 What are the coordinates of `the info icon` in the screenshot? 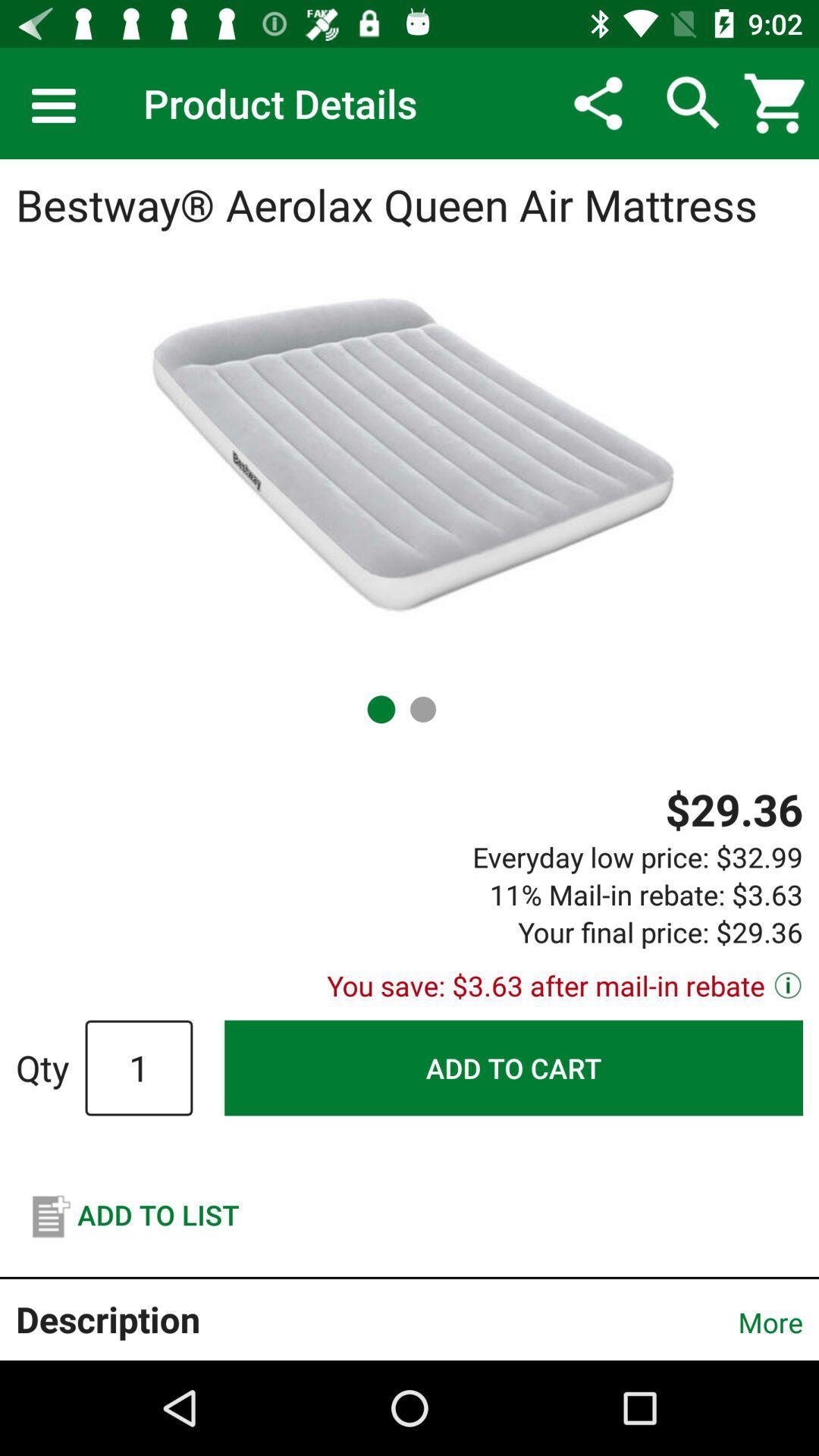 It's located at (787, 985).